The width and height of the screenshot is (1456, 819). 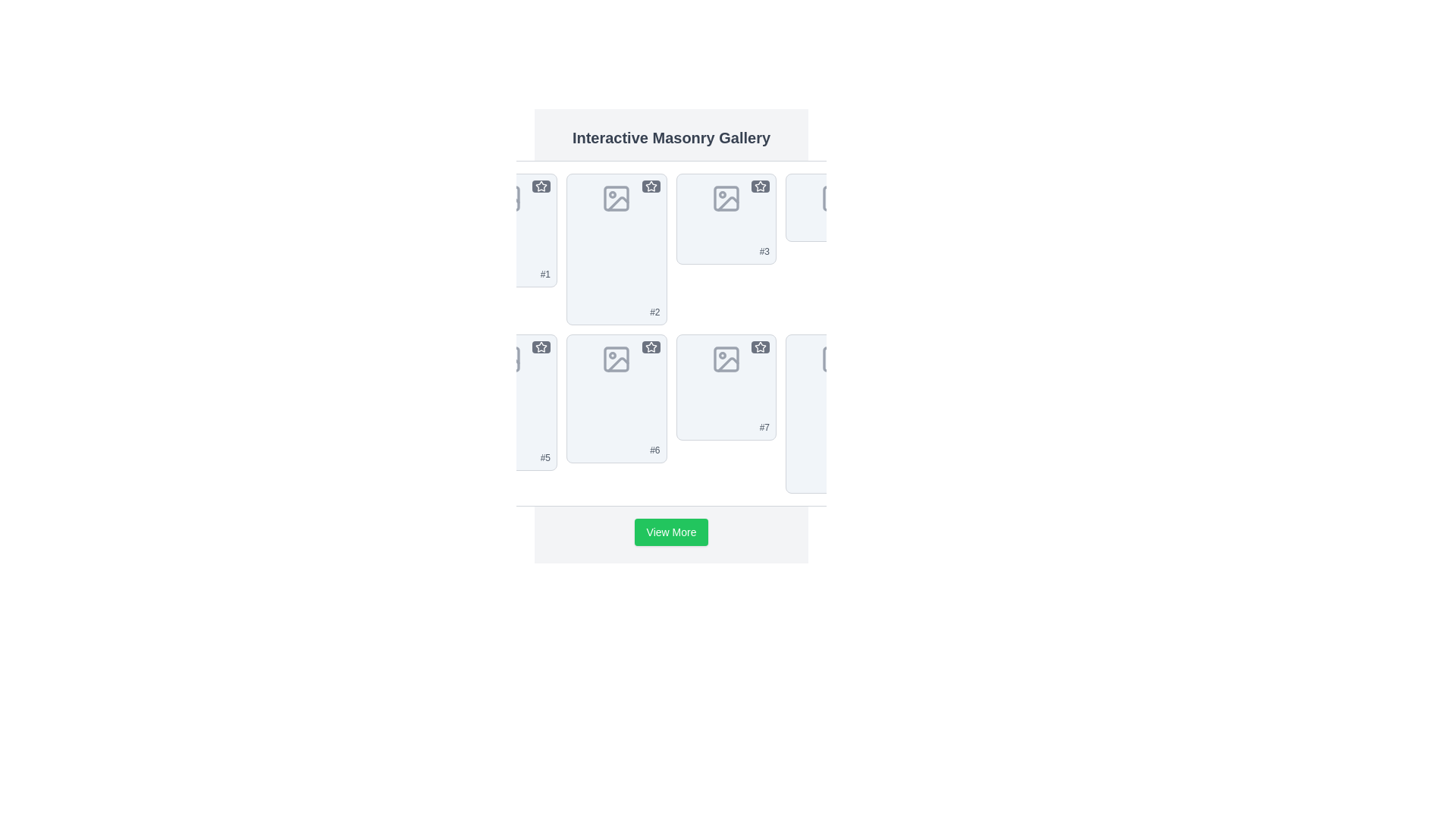 What do you see at coordinates (541, 186) in the screenshot?
I see `the small star-shaped icon button located in the top-right corner of the first card in the grid layout` at bounding box center [541, 186].